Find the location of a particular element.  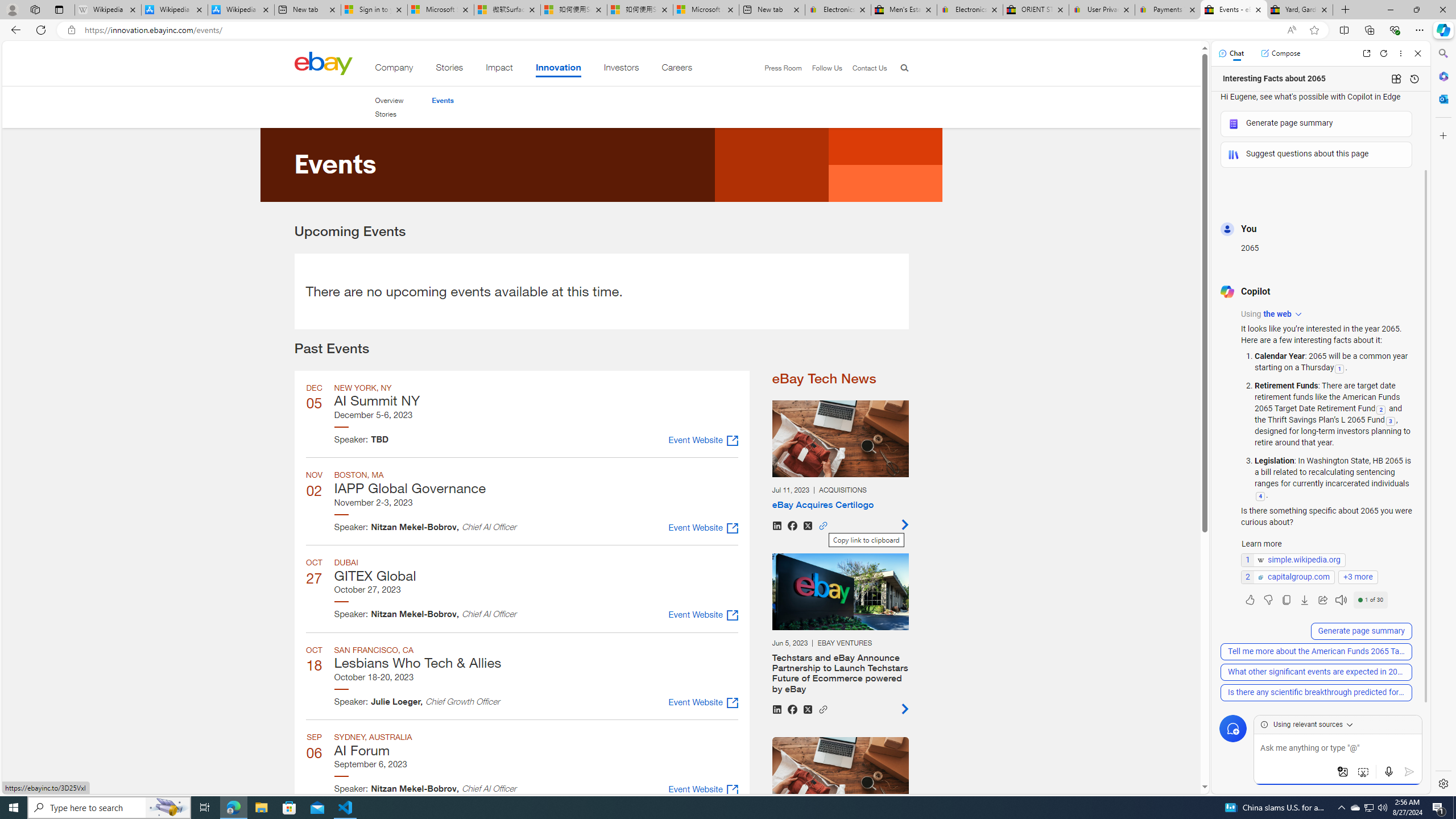

'Events' is located at coordinates (442, 100).